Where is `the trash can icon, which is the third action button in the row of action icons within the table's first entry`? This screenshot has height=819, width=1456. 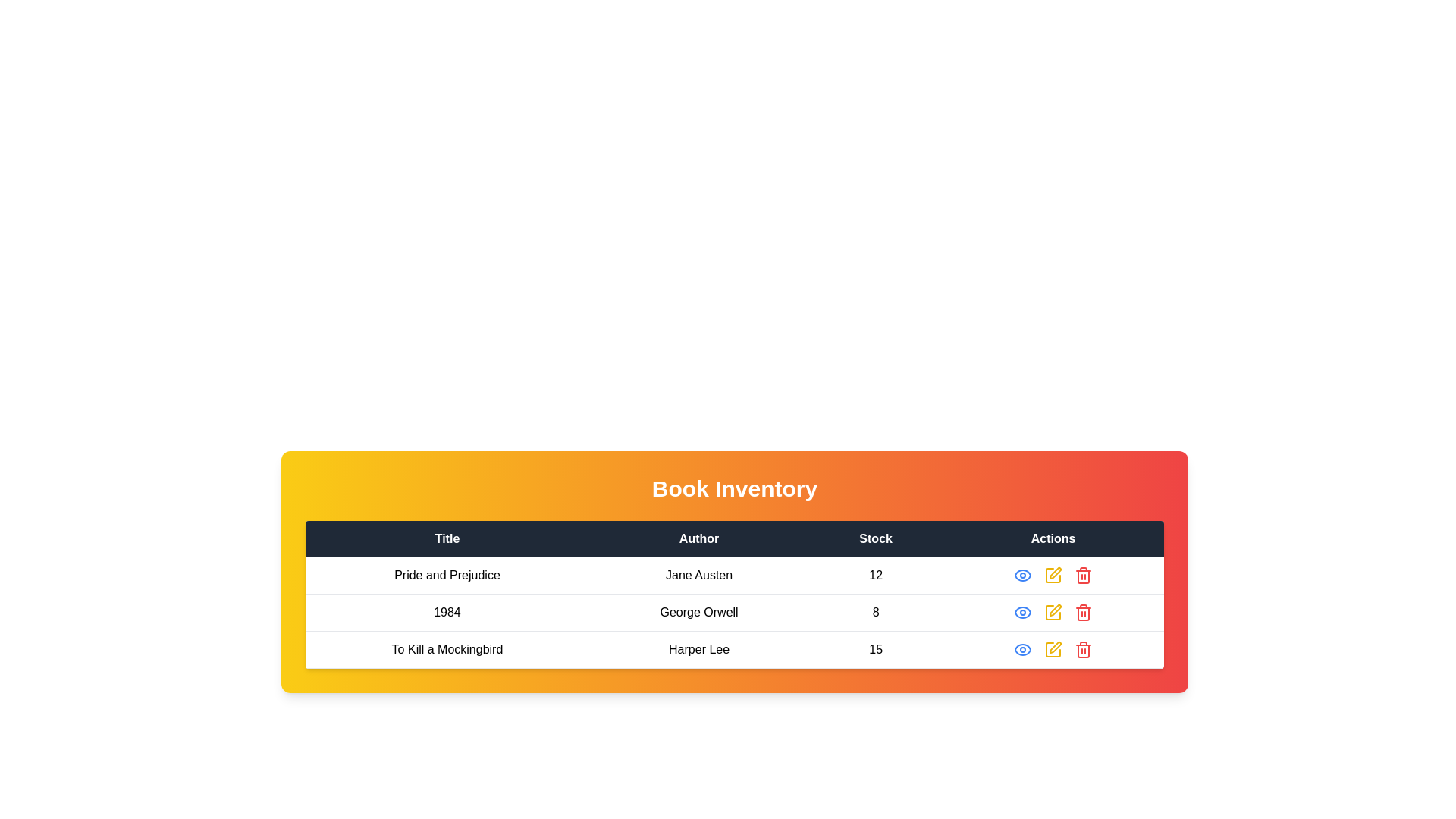 the trash can icon, which is the third action button in the row of action icons within the table's first entry is located at coordinates (1083, 576).